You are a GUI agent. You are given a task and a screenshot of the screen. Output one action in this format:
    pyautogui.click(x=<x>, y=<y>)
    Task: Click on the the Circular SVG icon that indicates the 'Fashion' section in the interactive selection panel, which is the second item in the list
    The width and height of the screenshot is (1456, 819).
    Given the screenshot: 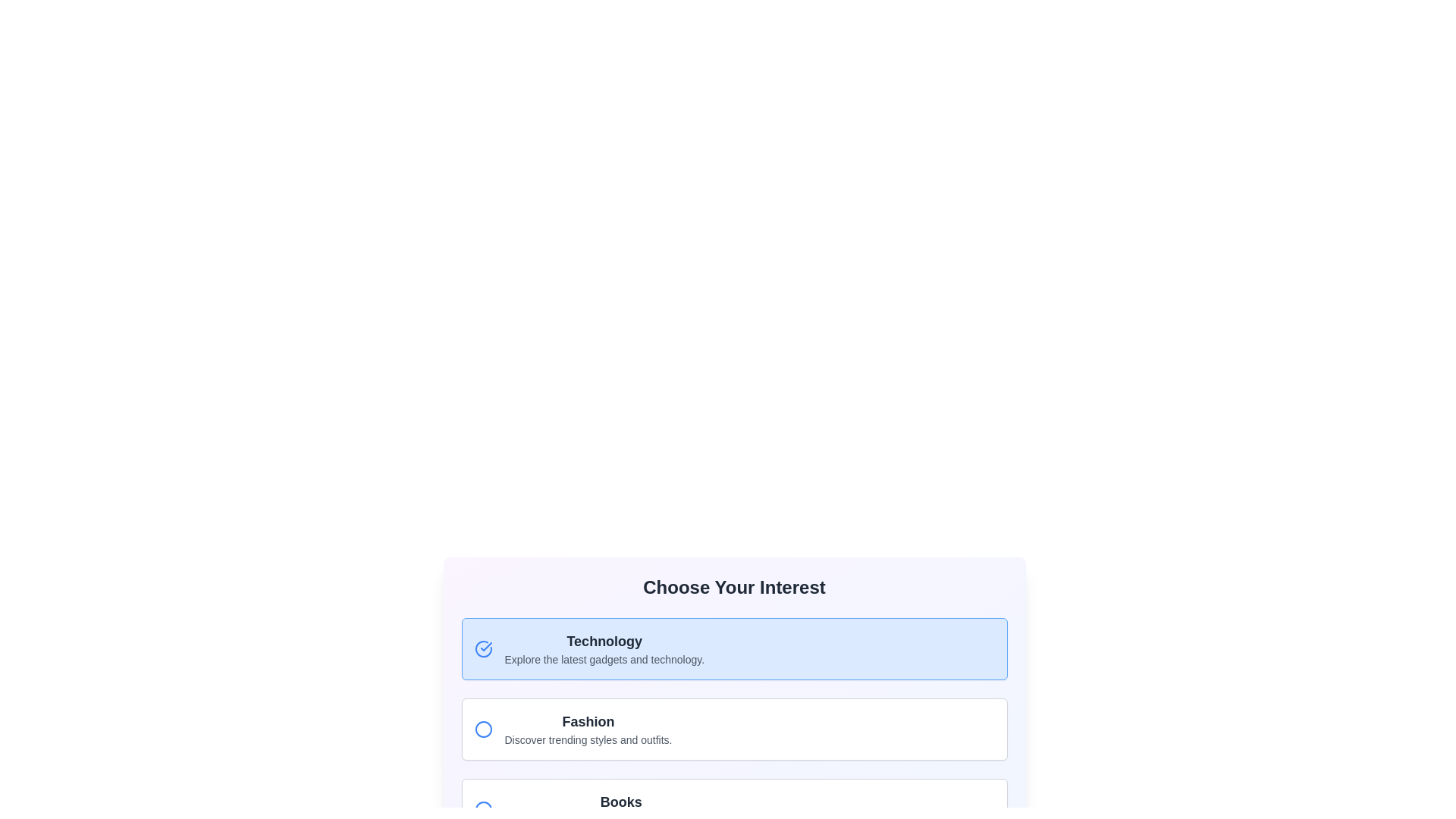 What is the action you would take?
    pyautogui.click(x=482, y=728)
    